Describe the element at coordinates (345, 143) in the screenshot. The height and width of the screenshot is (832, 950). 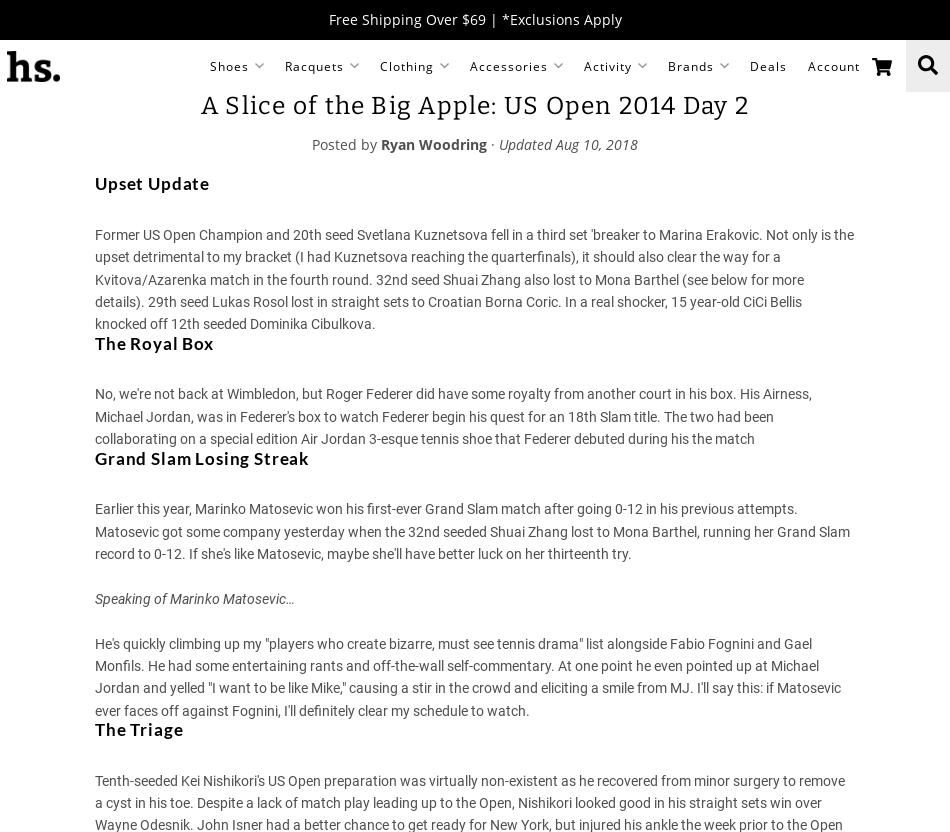
I see `'Posted by'` at that location.